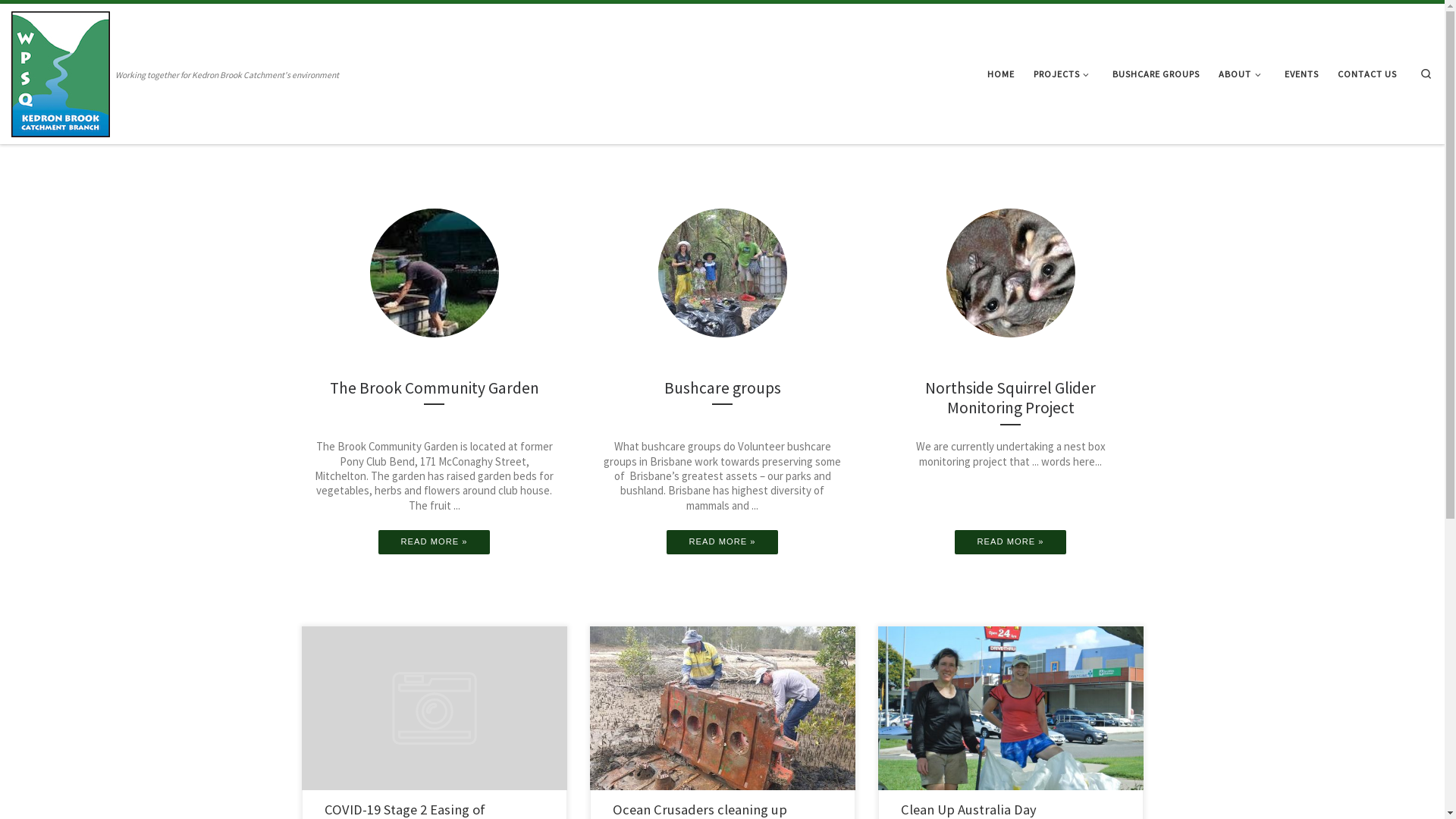 The image size is (1456, 819). What do you see at coordinates (968, 808) in the screenshot?
I see `'Clean Up Australia Day'` at bounding box center [968, 808].